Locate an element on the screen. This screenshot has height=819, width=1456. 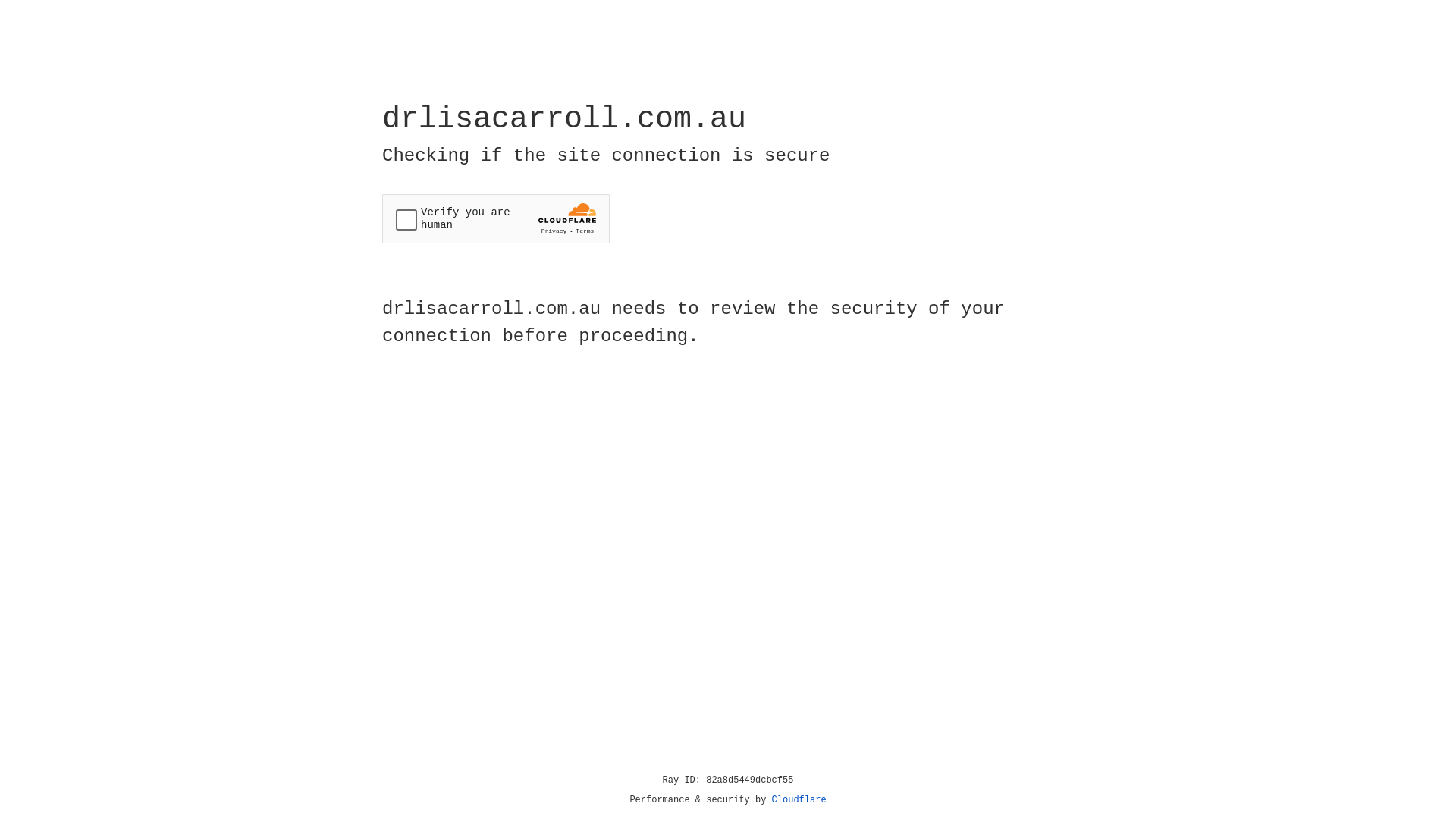
'Widget containing a Cloudflare security challenge' is located at coordinates (495, 218).